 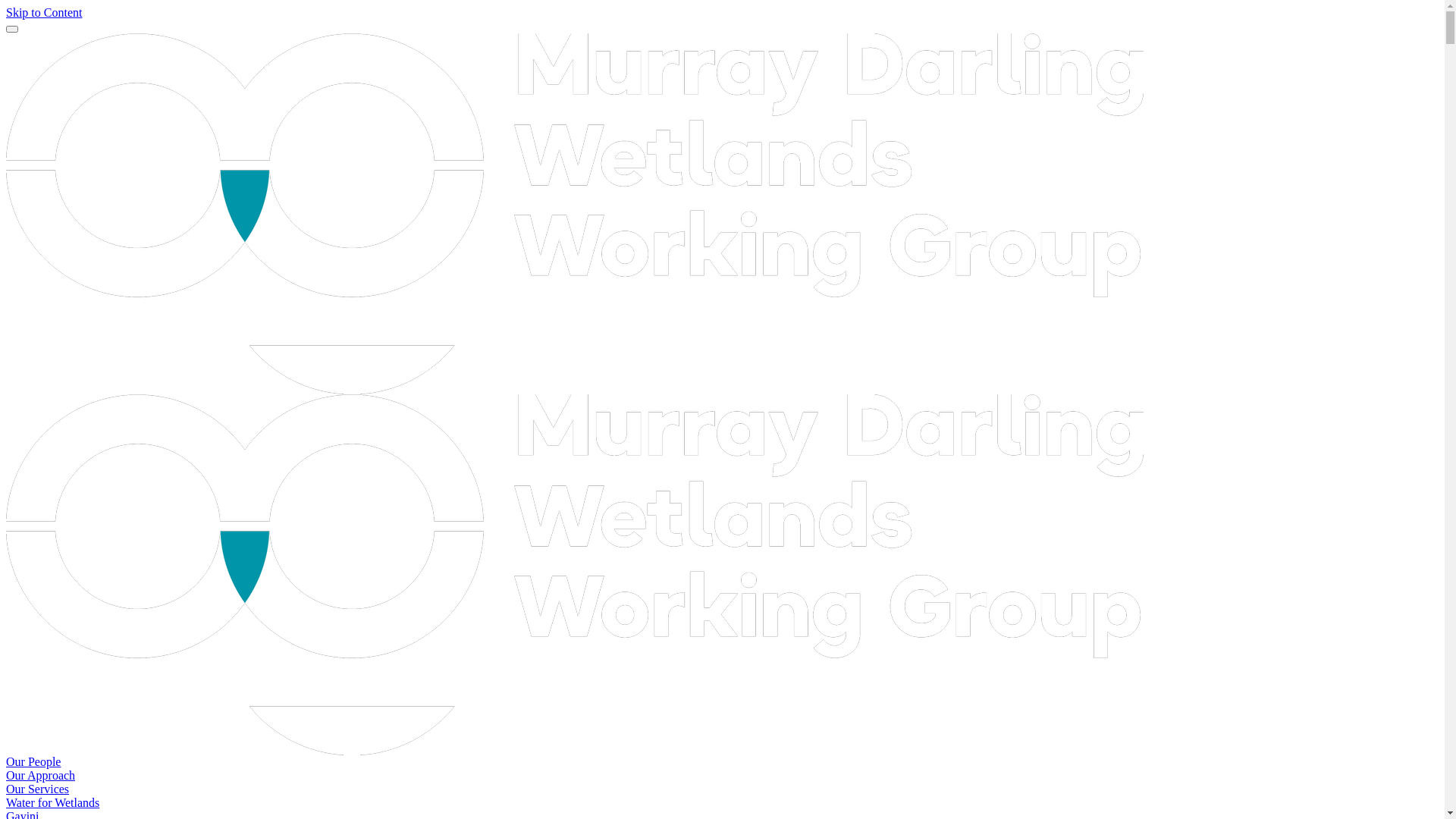 What do you see at coordinates (6, 802) in the screenshot?
I see `'Water for Wetlands'` at bounding box center [6, 802].